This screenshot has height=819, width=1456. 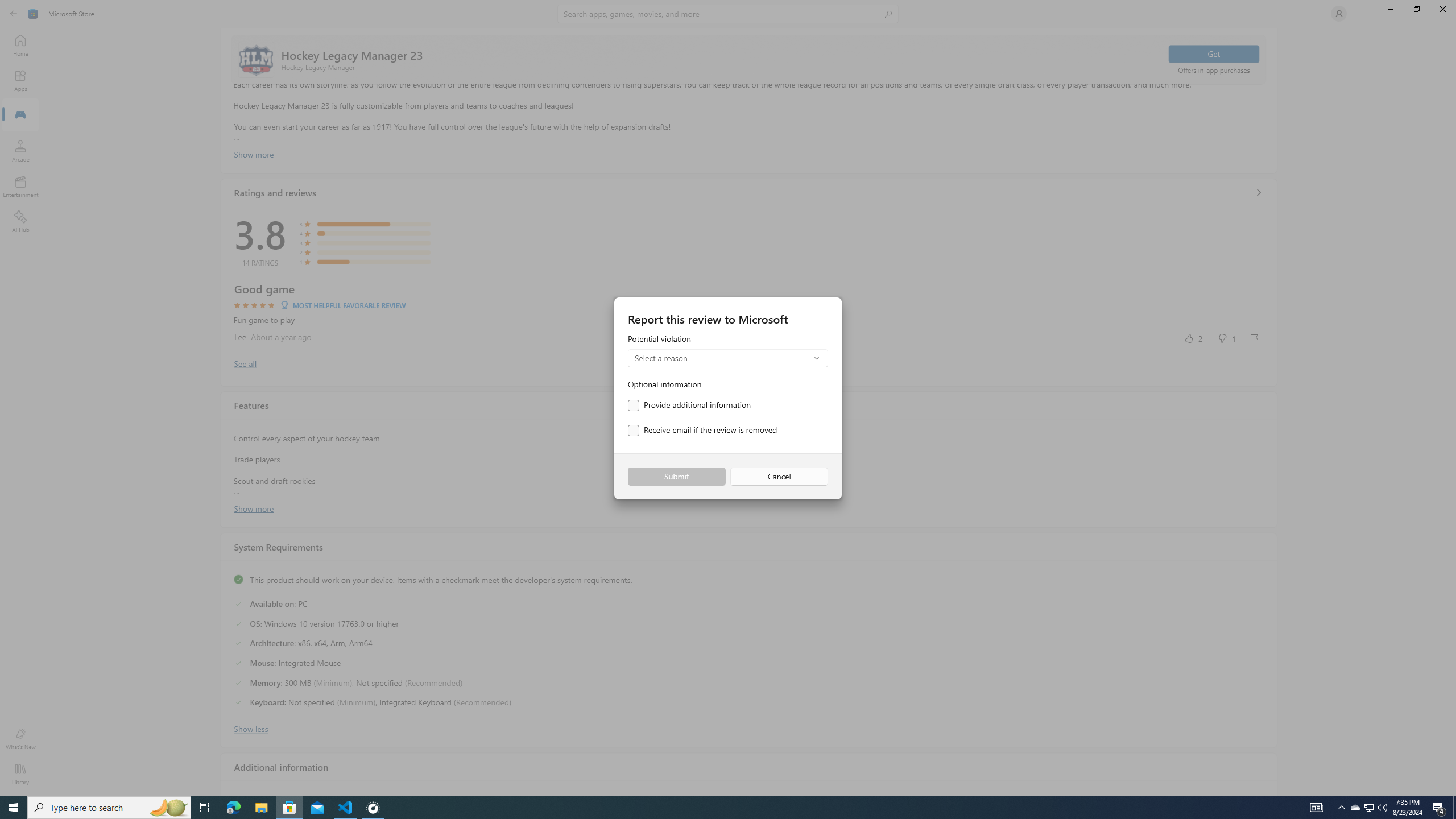 I want to click on 'Restore Microsoft Store', so click(x=1416, y=9).